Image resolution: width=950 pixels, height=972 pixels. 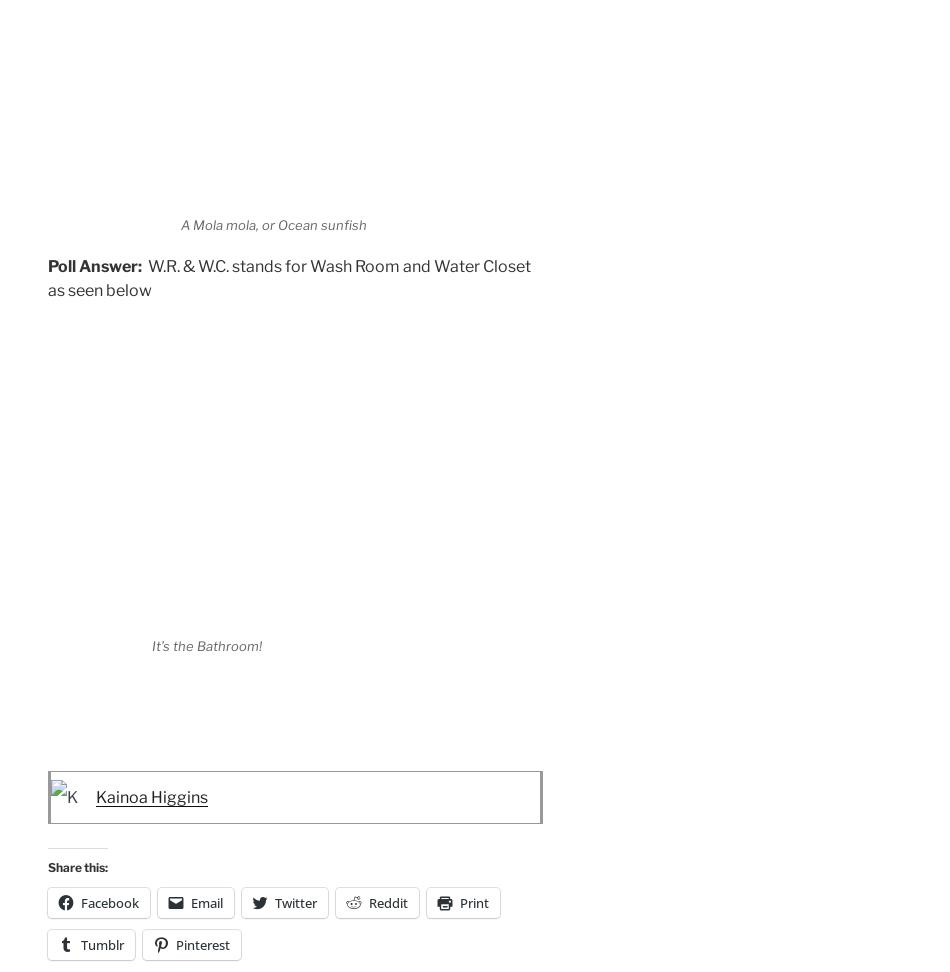 I want to click on 'Facebook', so click(x=110, y=902).